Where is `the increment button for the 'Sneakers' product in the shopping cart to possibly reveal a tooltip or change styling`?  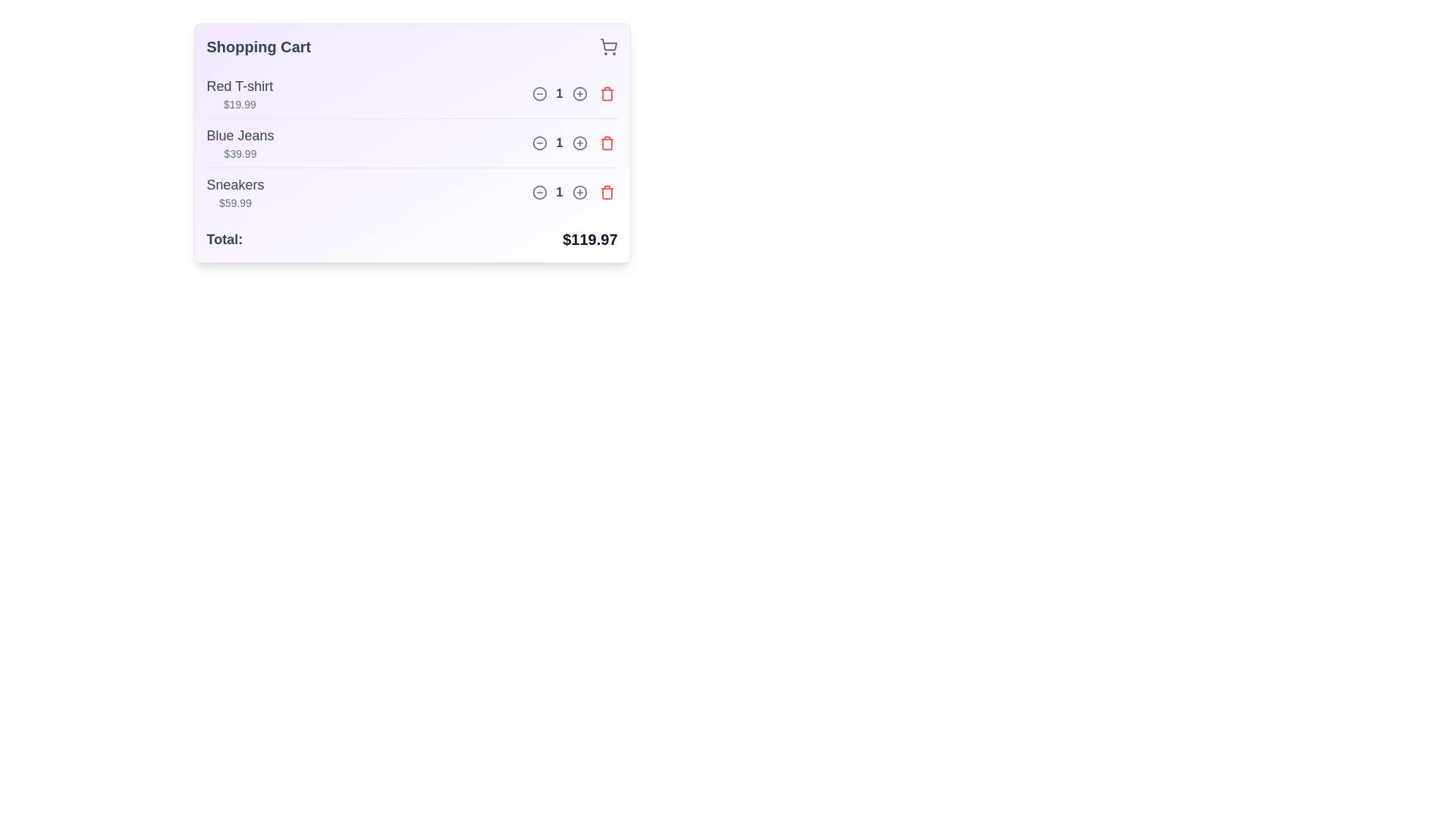
the increment button for the 'Sneakers' product in the shopping cart to possibly reveal a tooltip or change styling is located at coordinates (579, 192).